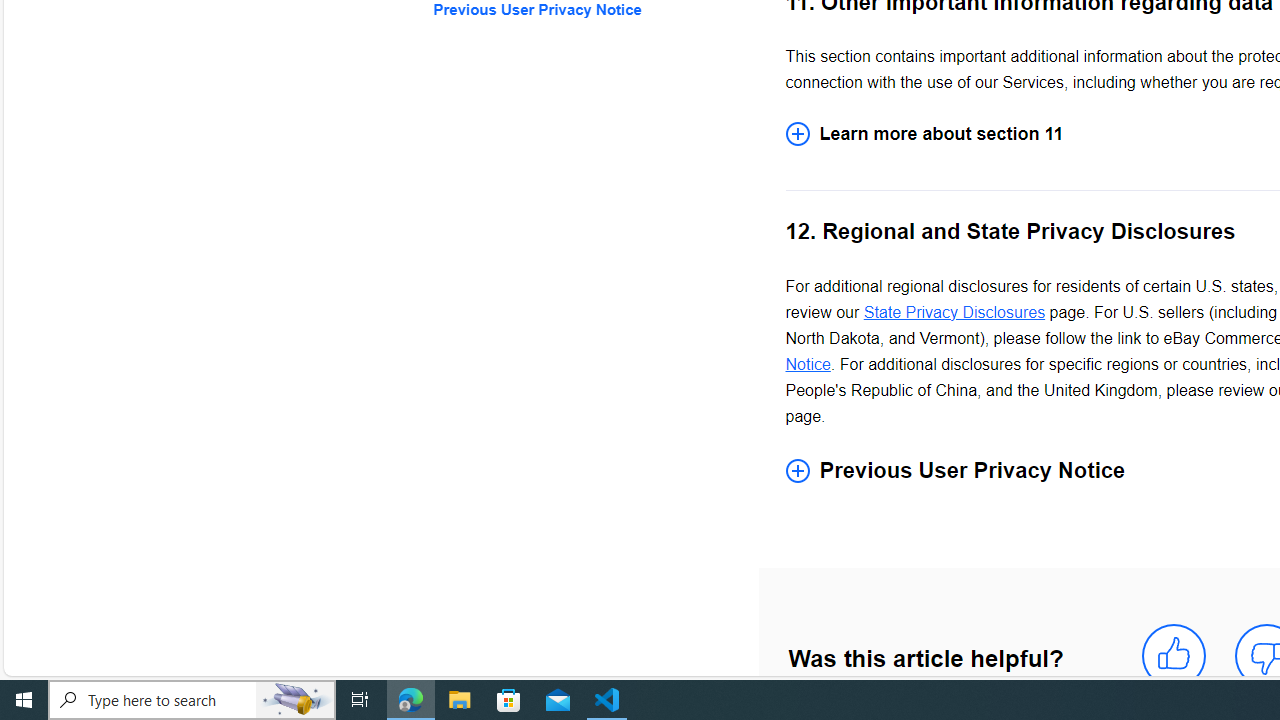  What do you see at coordinates (953, 312) in the screenshot?
I see `'State Privacy Disclosures - opens in new window or tab'` at bounding box center [953, 312].